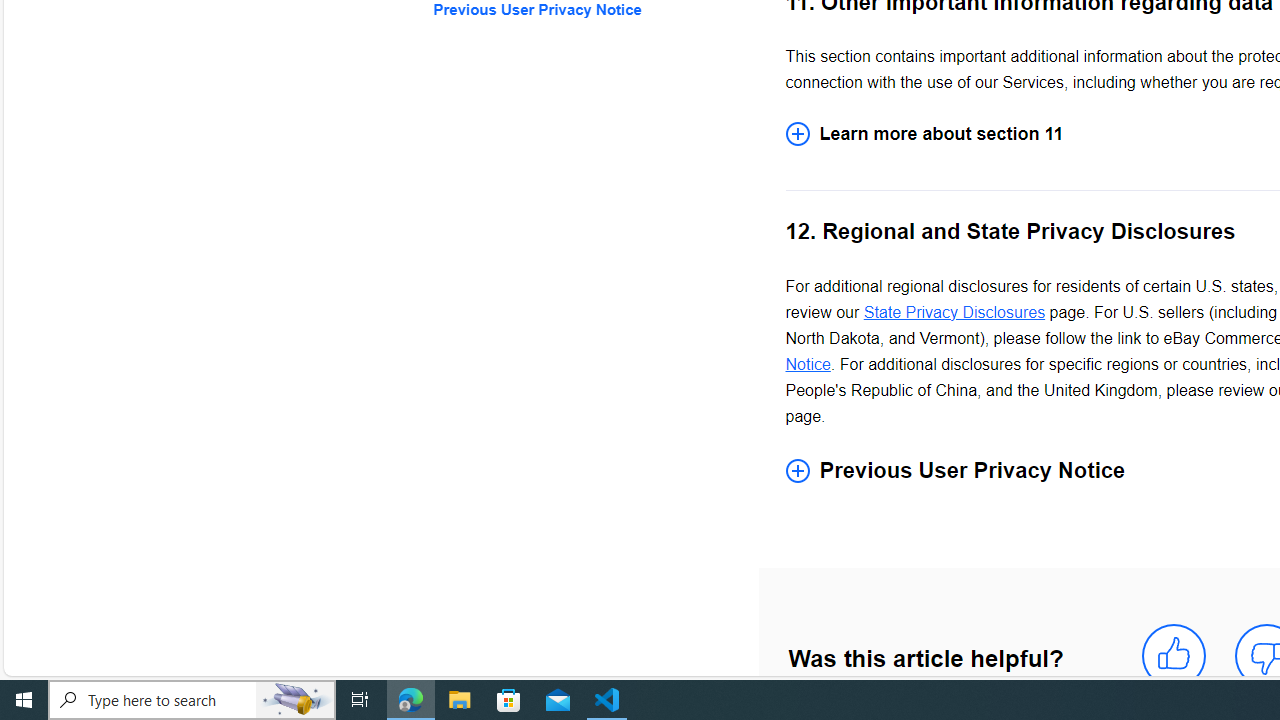  What do you see at coordinates (953, 312) in the screenshot?
I see `'State Privacy Disclosures - opens in new window or tab'` at bounding box center [953, 312].